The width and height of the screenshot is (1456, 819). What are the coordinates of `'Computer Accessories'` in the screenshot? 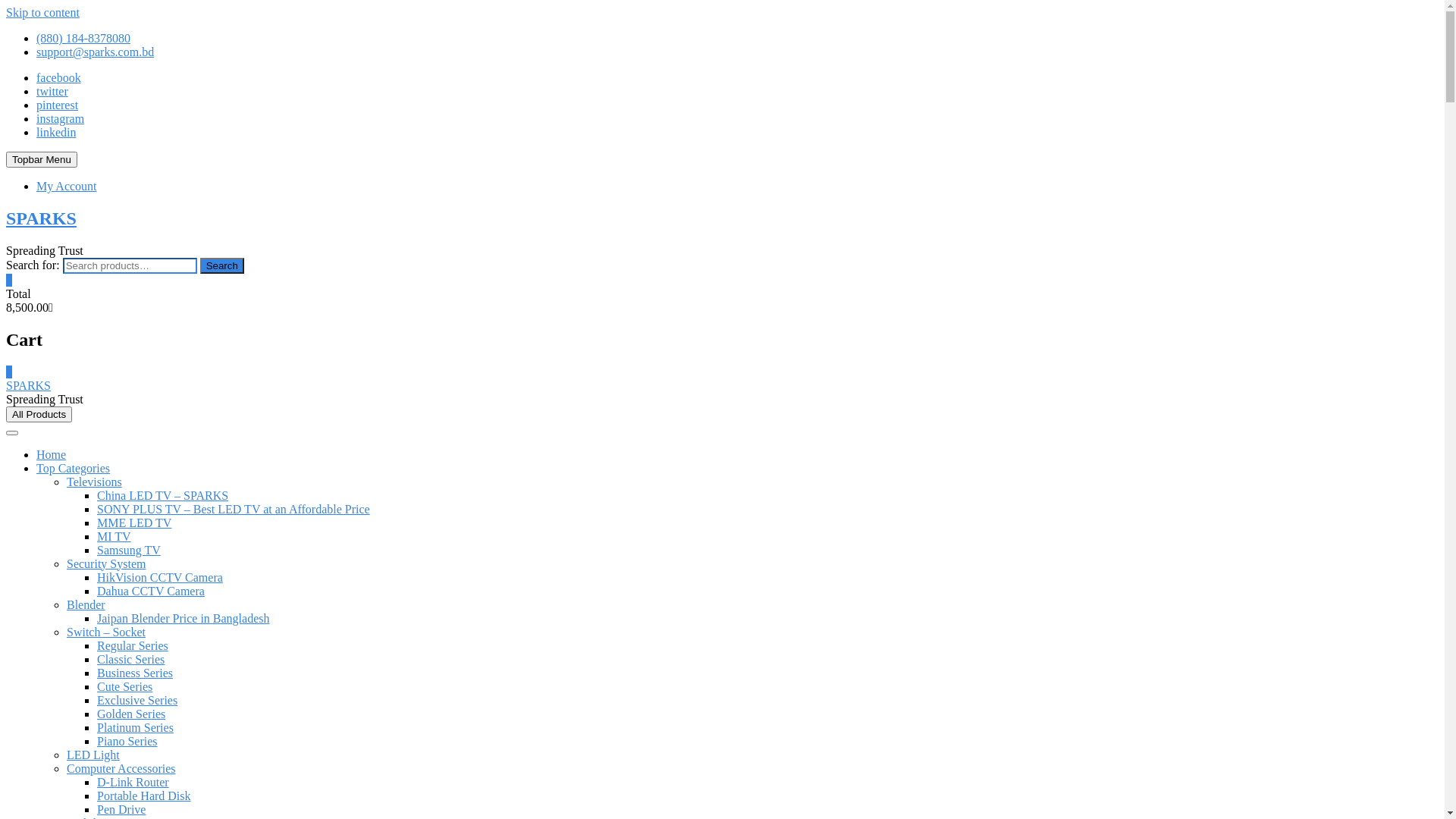 It's located at (120, 768).